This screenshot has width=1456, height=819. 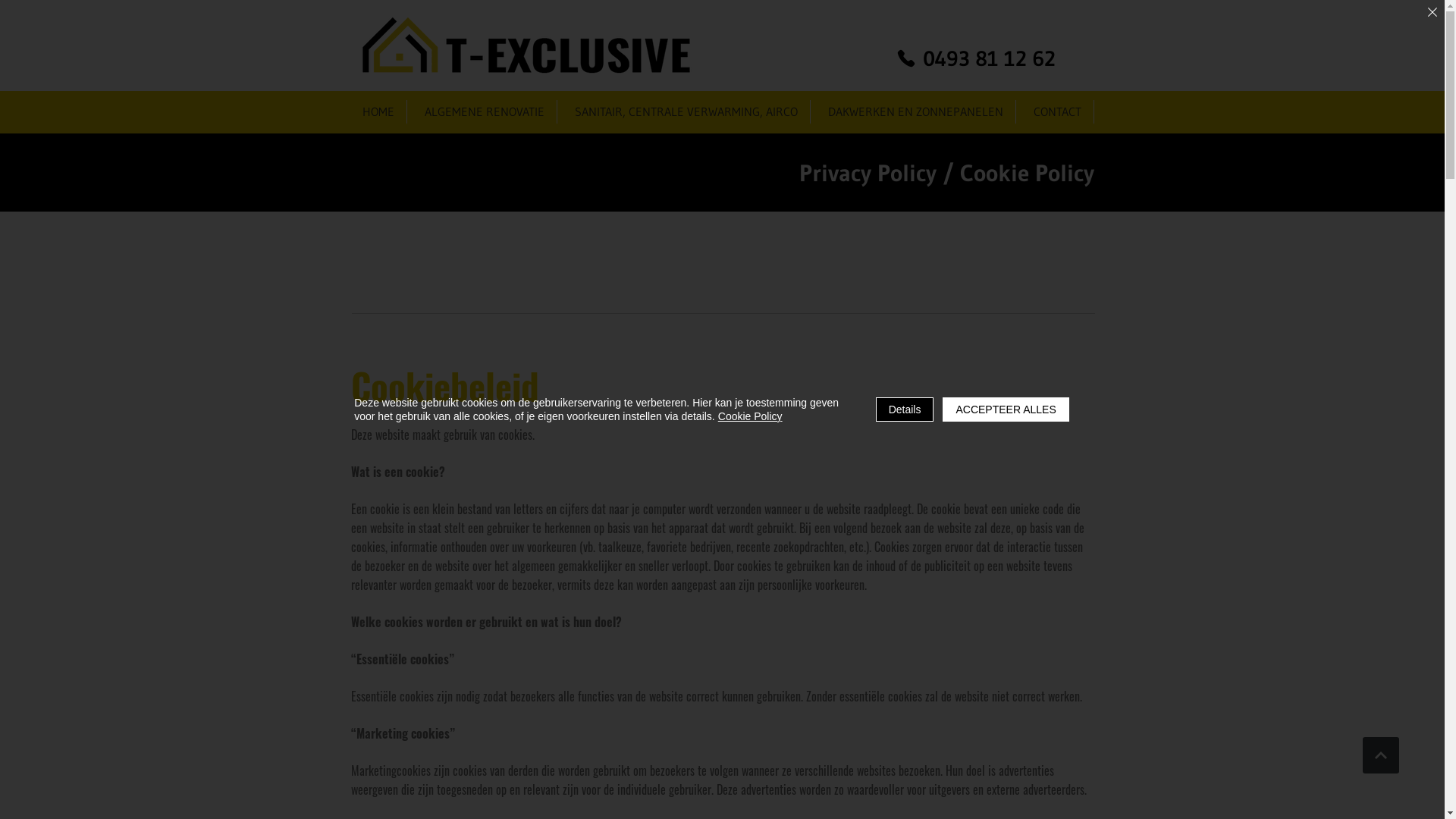 What do you see at coordinates (483, 111) in the screenshot?
I see `'ALGEMENE RENOVATIE'` at bounding box center [483, 111].